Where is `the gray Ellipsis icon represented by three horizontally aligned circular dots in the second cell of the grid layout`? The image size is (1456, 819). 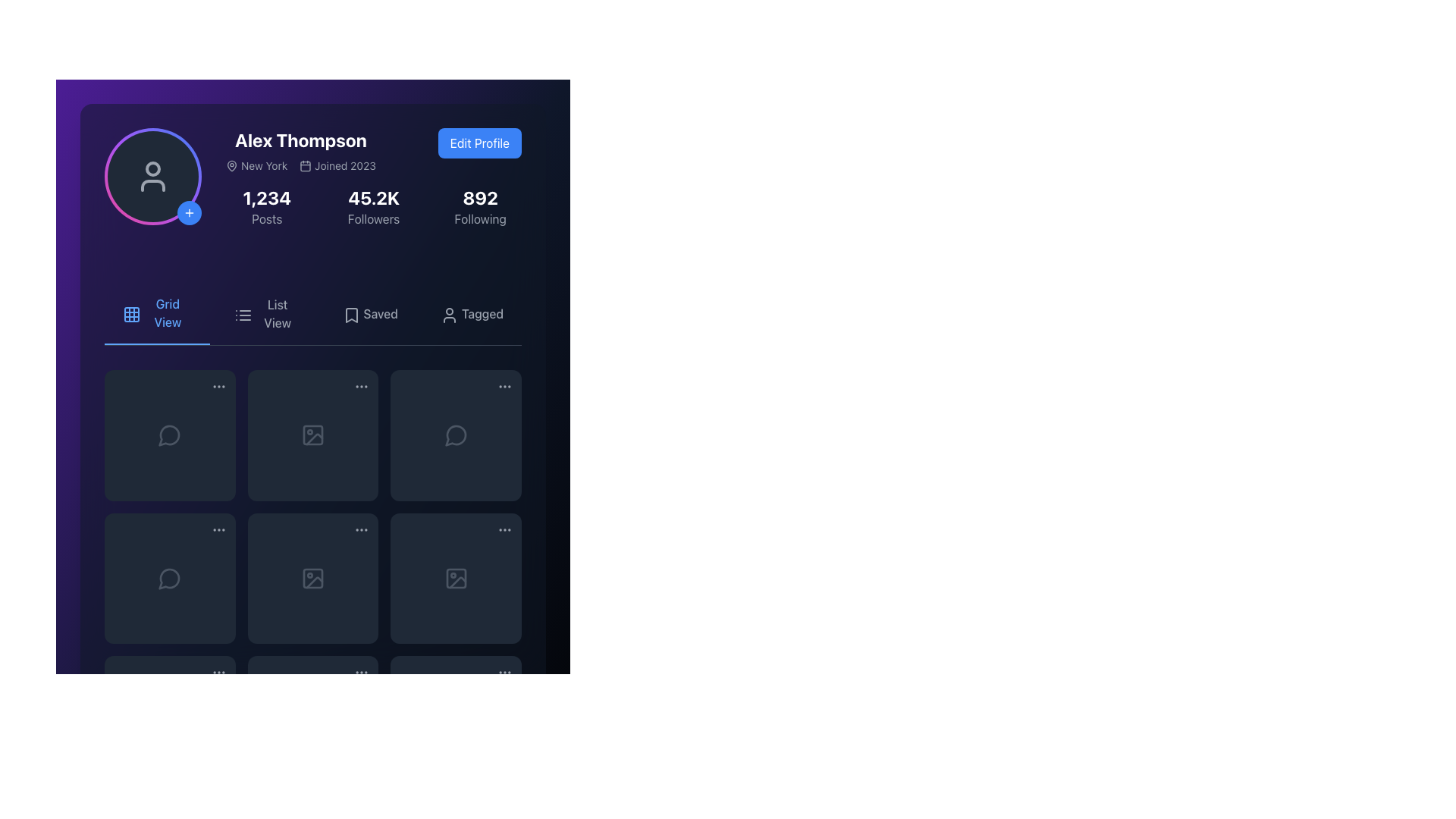 the gray Ellipsis icon represented by three horizontally aligned circular dots in the second cell of the grid layout is located at coordinates (218, 529).